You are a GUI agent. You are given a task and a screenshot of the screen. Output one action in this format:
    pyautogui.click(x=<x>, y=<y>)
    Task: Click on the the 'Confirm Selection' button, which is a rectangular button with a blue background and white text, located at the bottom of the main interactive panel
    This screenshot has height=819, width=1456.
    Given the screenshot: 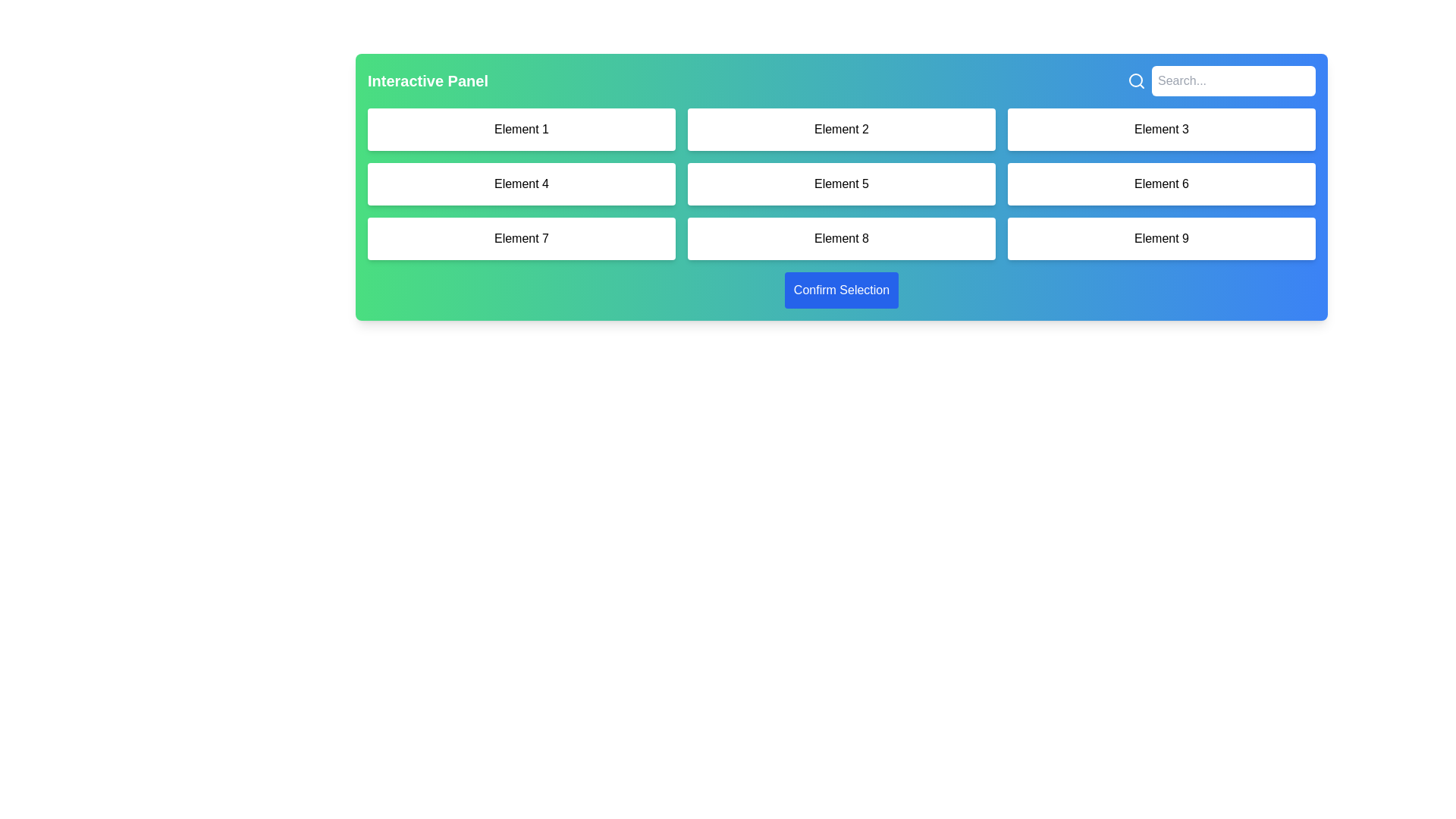 What is the action you would take?
    pyautogui.click(x=840, y=290)
    